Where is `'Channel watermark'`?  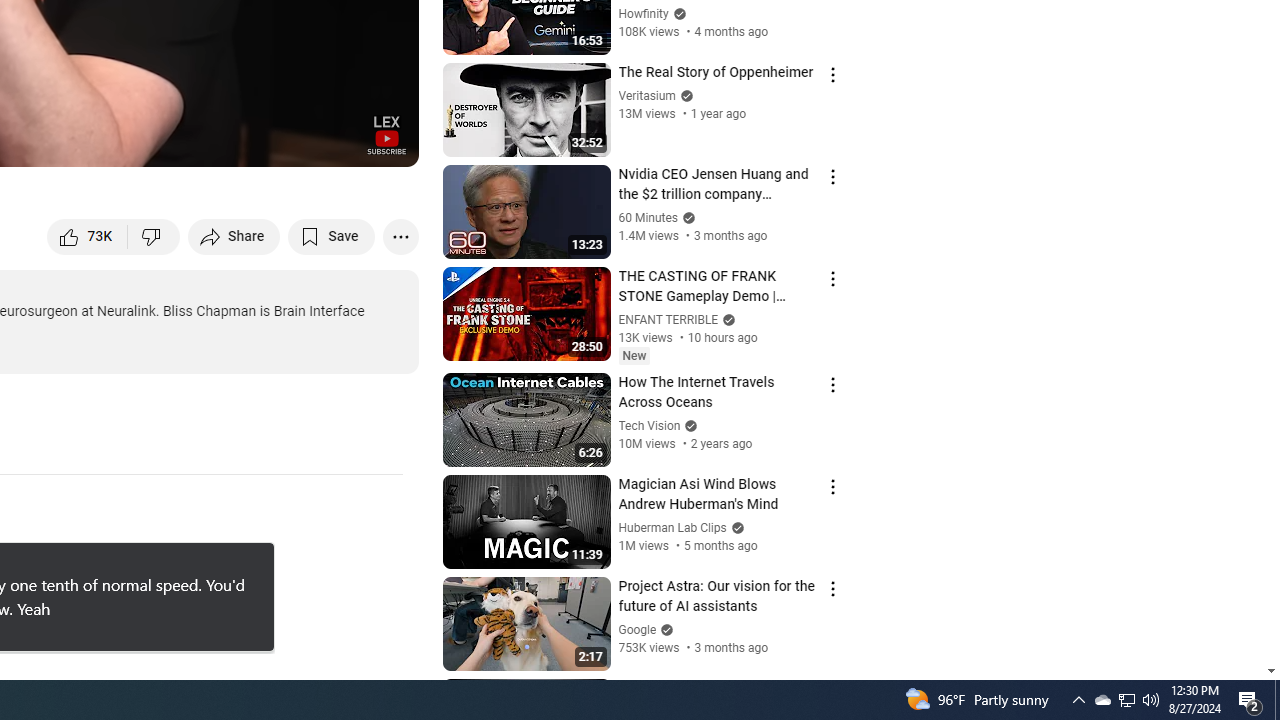
'Channel watermark' is located at coordinates (386, 135).